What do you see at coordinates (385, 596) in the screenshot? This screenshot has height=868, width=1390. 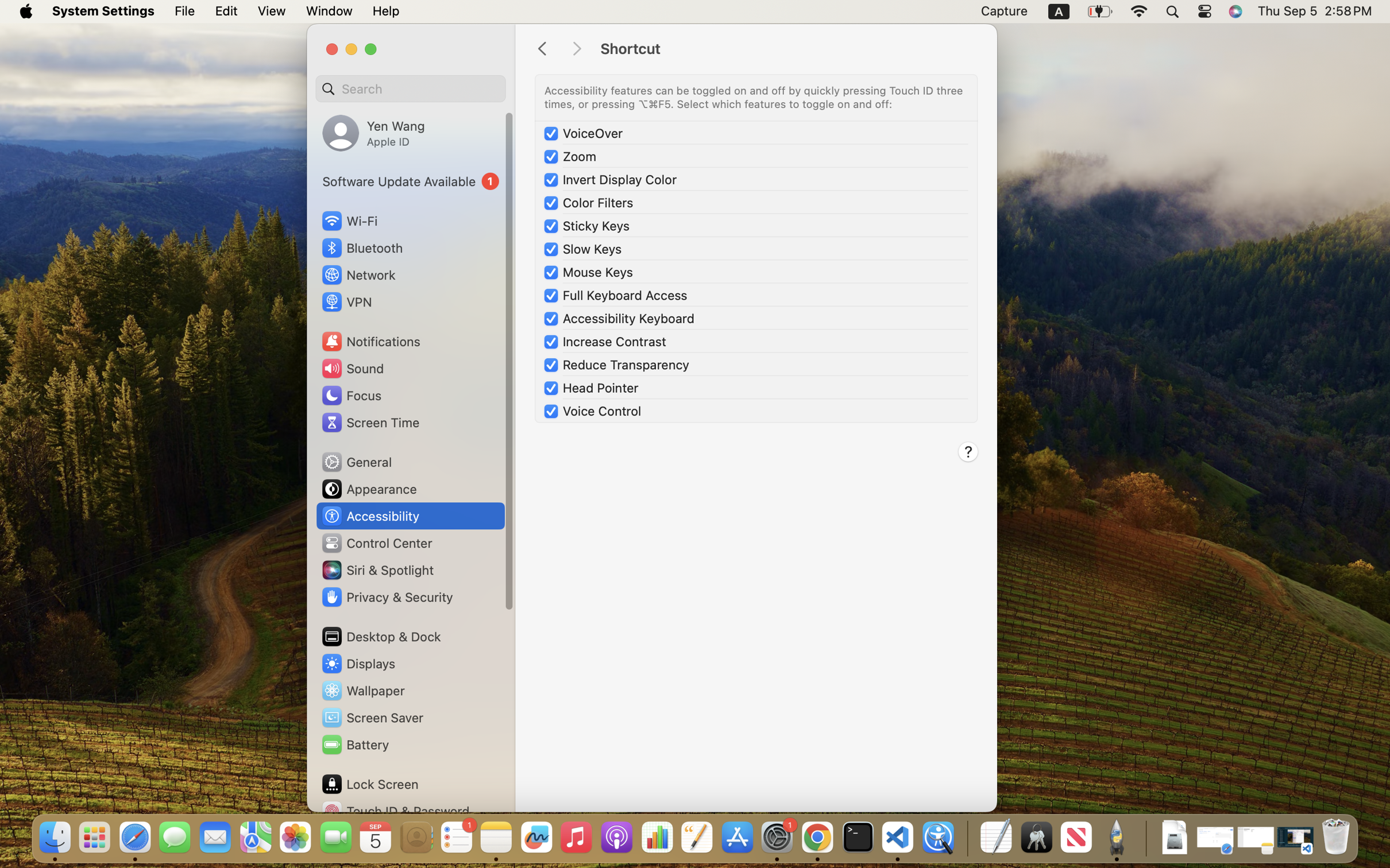 I see `'Privacy & Security'` at bounding box center [385, 596].